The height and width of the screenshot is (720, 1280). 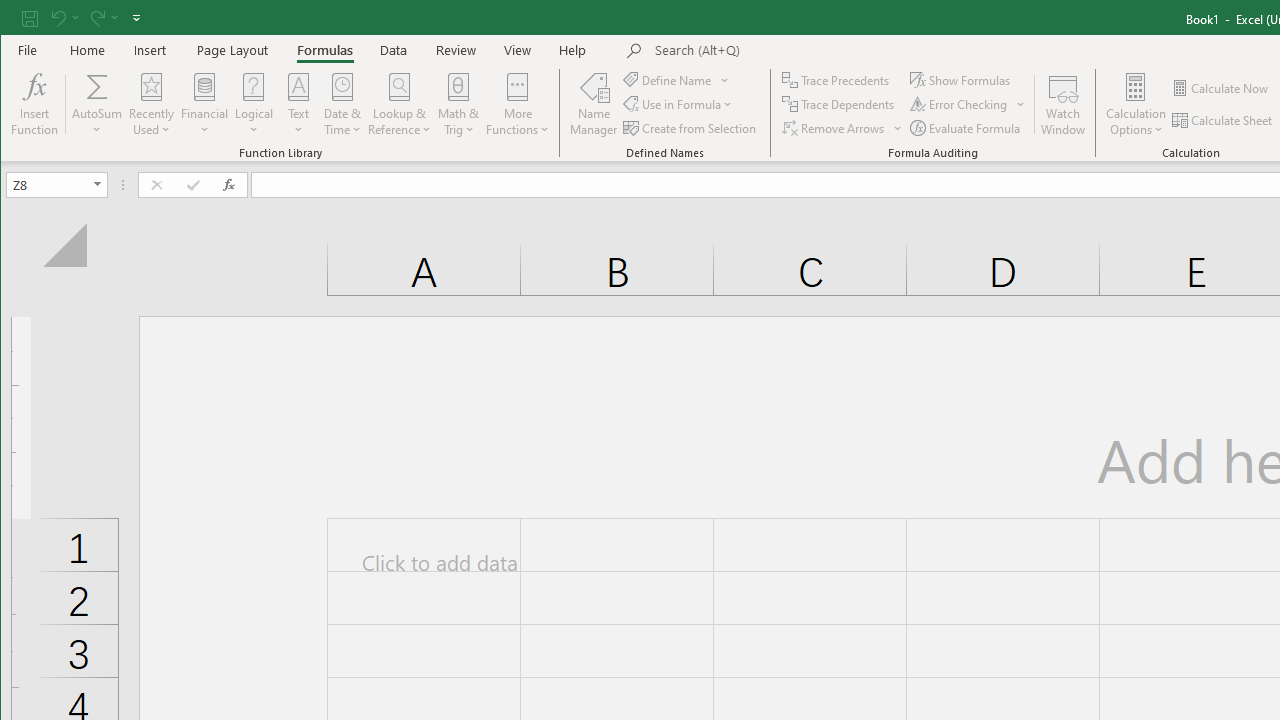 I want to click on 'Calculation Options', so click(x=1136, y=104).